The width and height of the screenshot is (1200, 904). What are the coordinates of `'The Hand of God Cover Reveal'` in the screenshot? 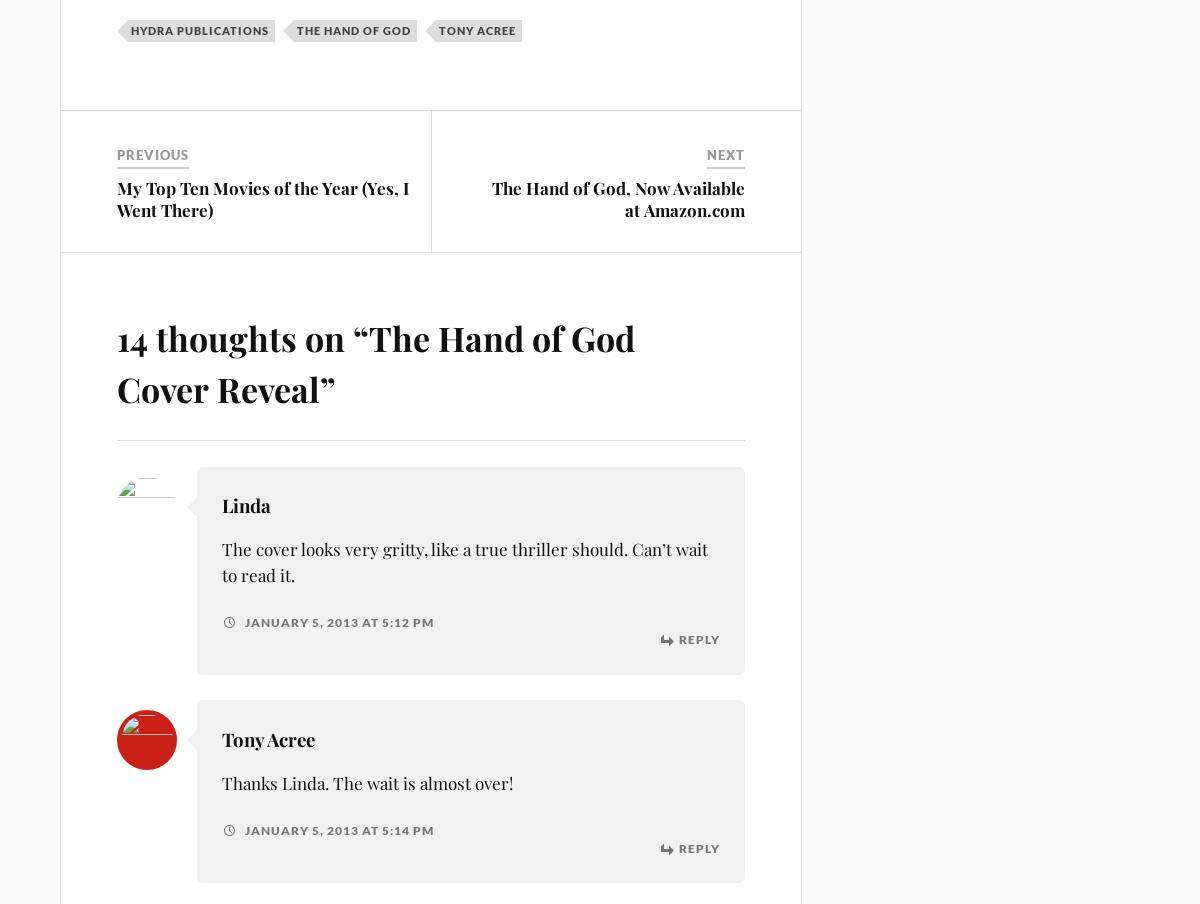 It's located at (375, 361).